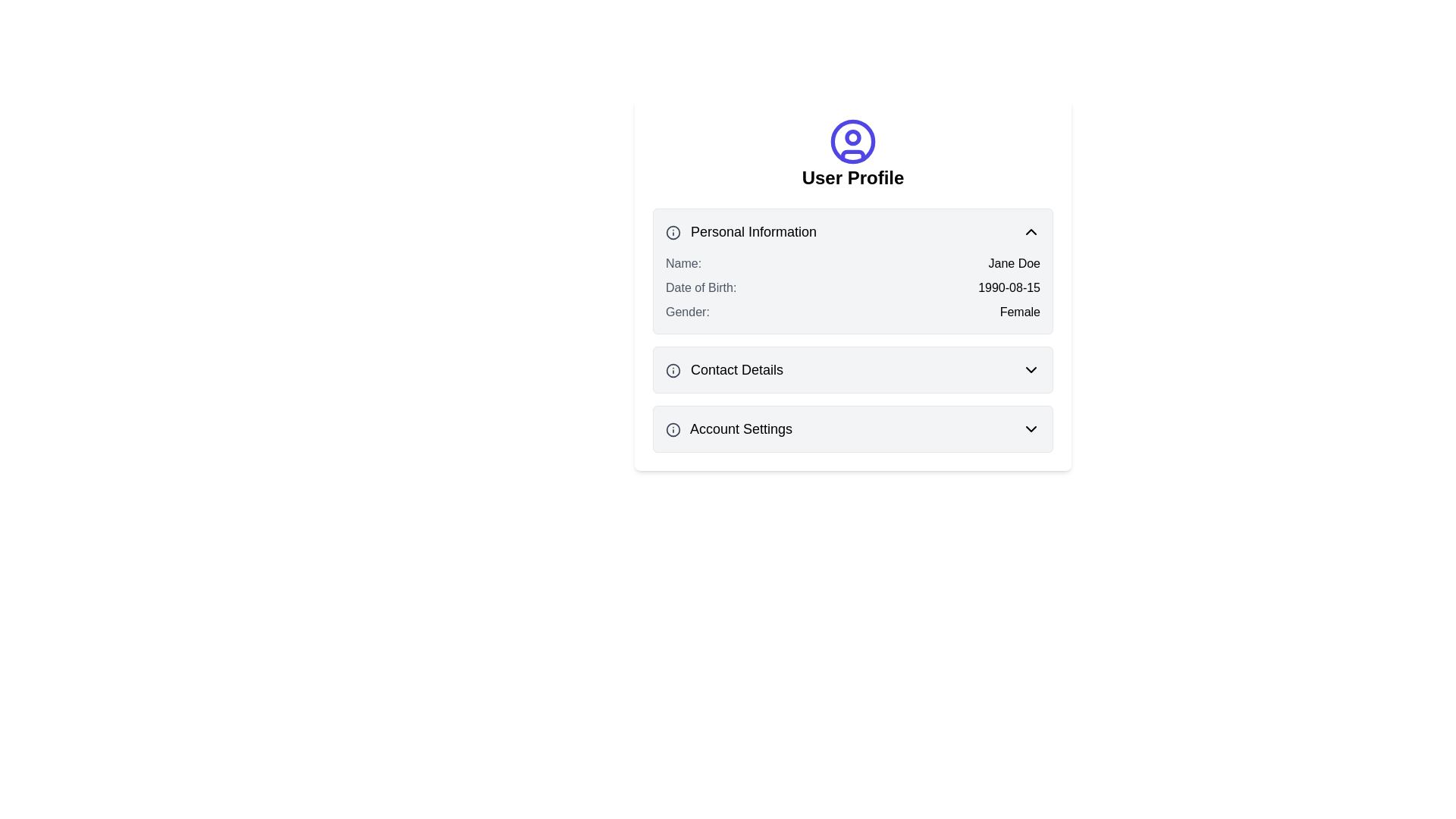 The width and height of the screenshot is (1456, 819). Describe the element at coordinates (729, 429) in the screenshot. I see `text label displaying 'Account Settings' to understand its purpose, which is visually prominent with a larger bold font in a user profile interface` at that location.